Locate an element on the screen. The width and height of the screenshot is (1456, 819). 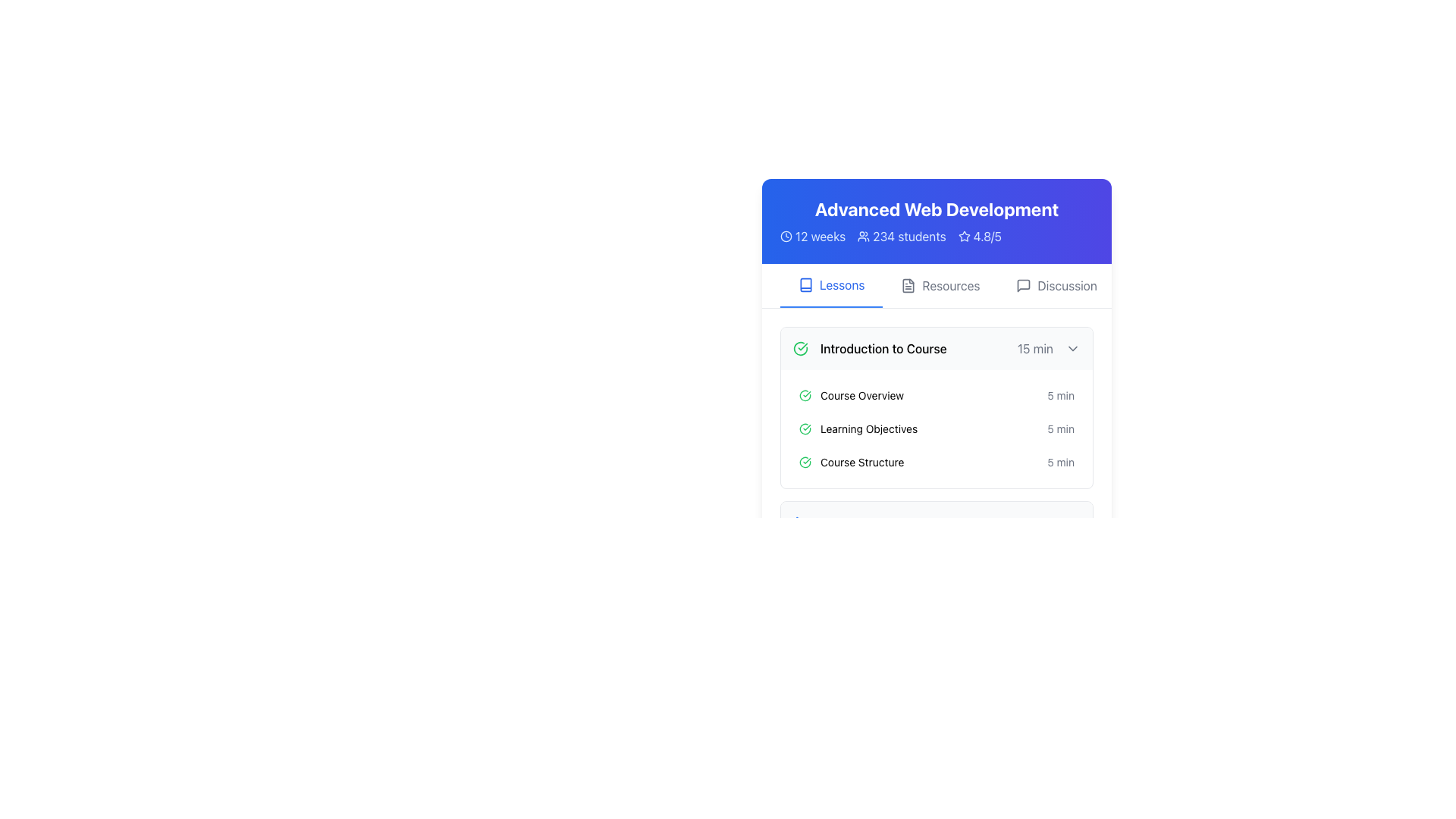
the Informational display section that serves as a summary header for course details, positioned above the navigation tabs is located at coordinates (936, 221).